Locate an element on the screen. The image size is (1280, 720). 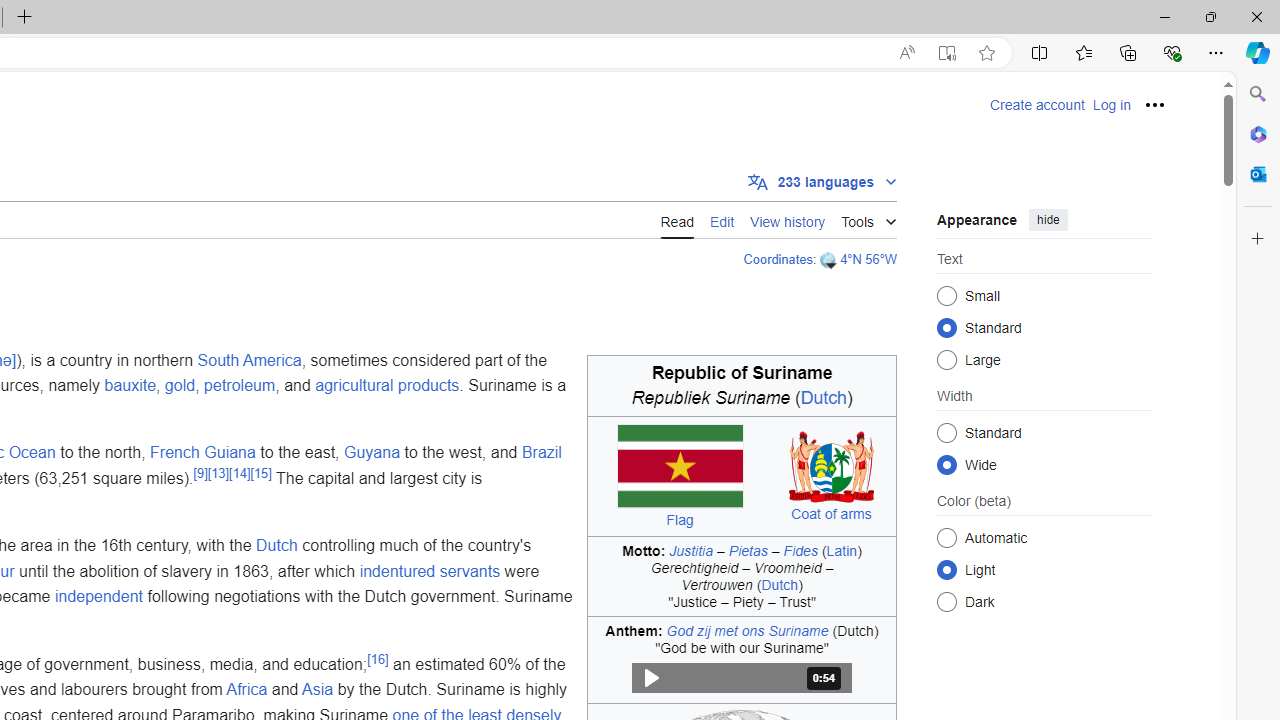
'Africa' is located at coordinates (246, 689).